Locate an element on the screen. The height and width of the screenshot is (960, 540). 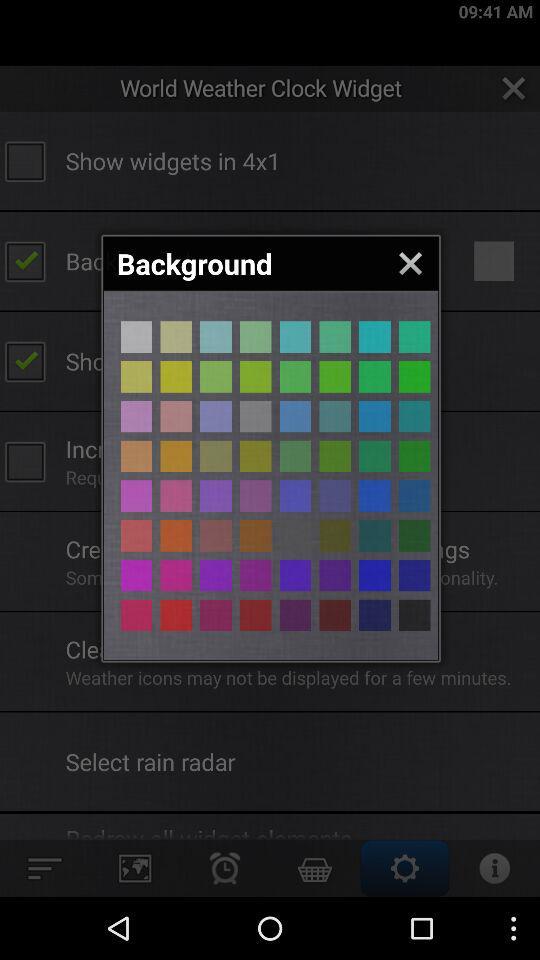
purple background is located at coordinates (176, 415).